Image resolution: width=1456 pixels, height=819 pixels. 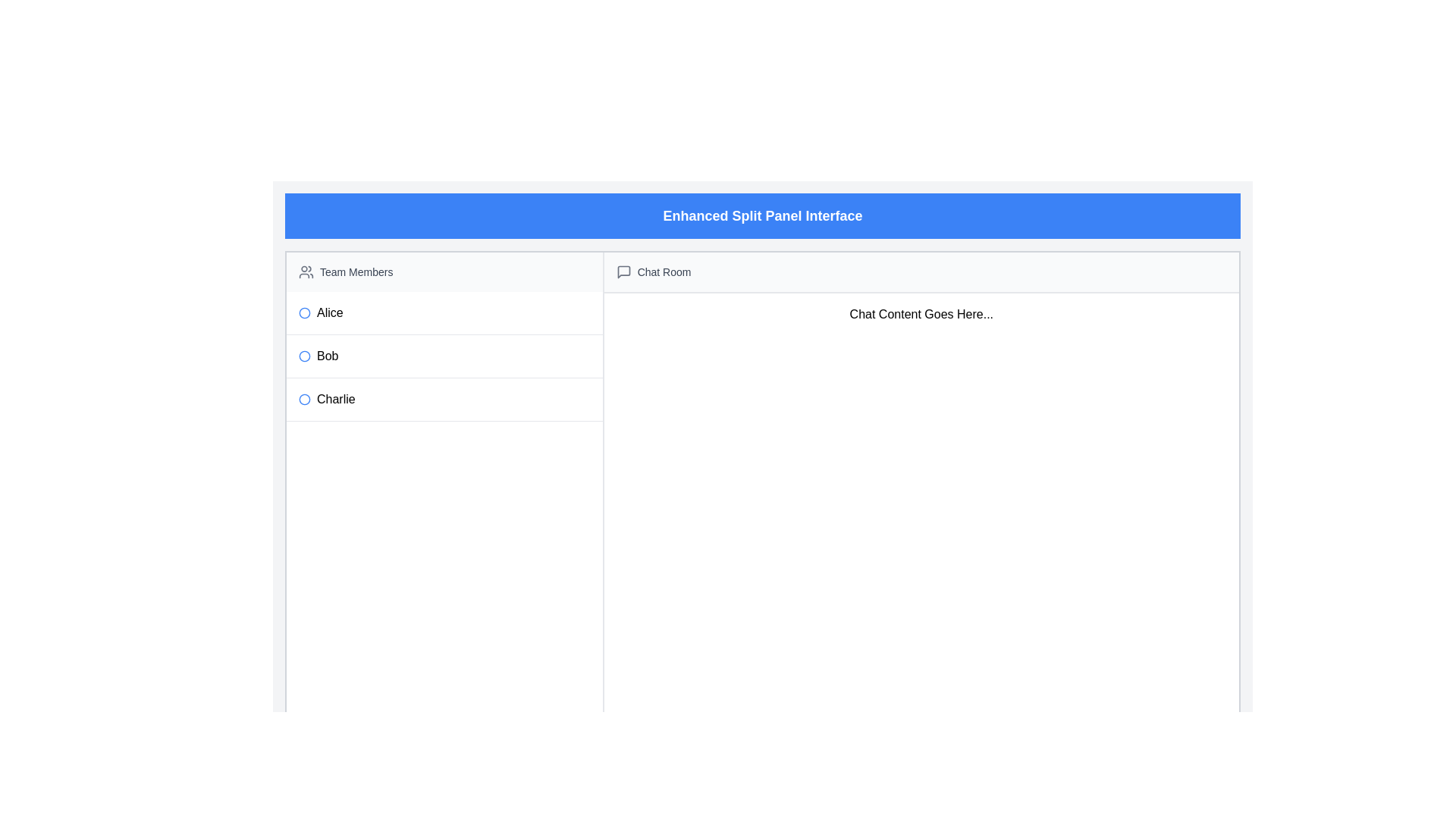 What do you see at coordinates (304, 399) in the screenshot?
I see `the third circular indicator next to the label 'Charlie'` at bounding box center [304, 399].